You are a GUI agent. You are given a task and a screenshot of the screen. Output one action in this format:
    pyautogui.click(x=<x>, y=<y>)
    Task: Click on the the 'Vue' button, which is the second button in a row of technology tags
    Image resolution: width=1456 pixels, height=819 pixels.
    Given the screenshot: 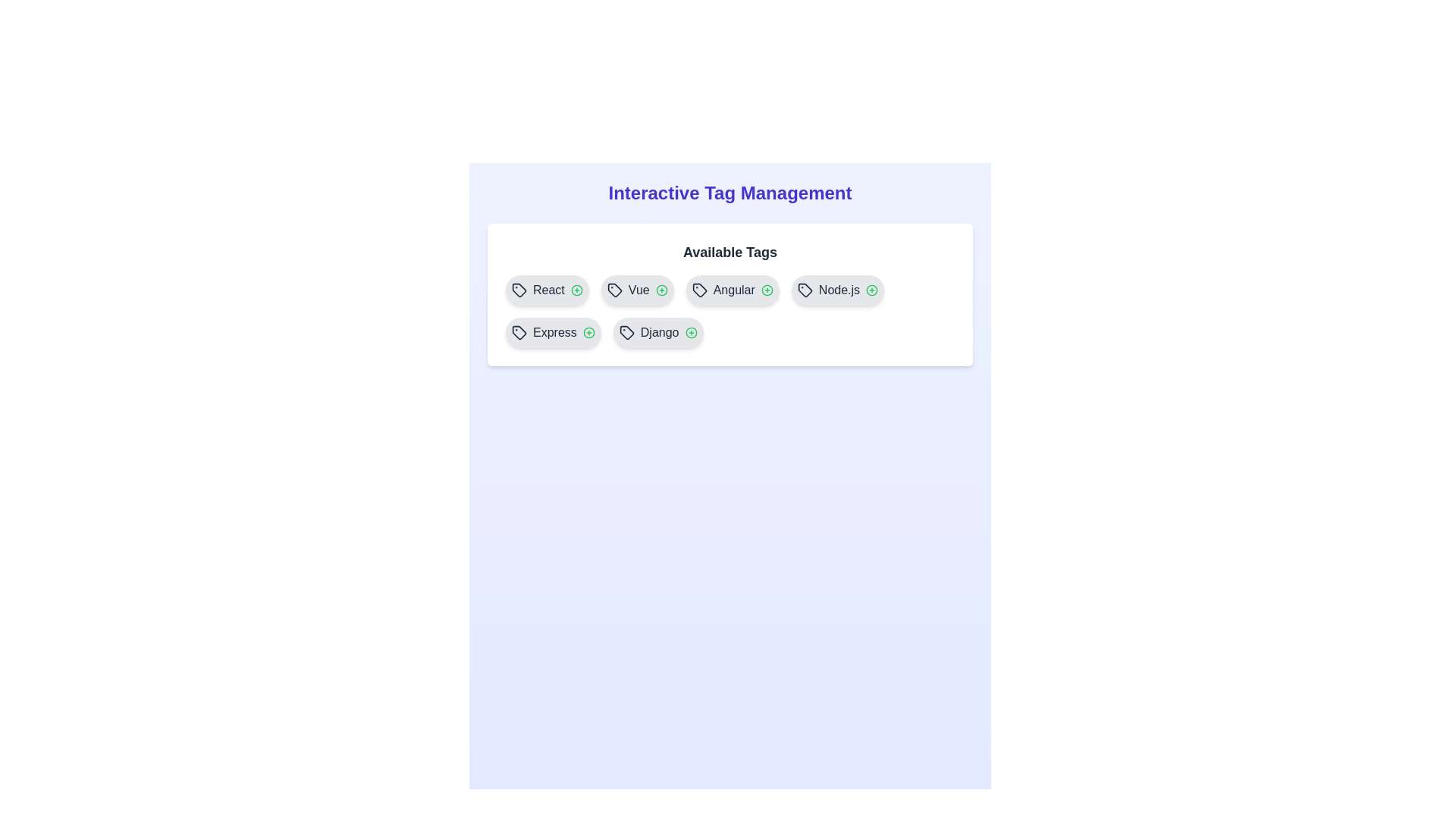 What is the action you would take?
    pyautogui.click(x=637, y=290)
    